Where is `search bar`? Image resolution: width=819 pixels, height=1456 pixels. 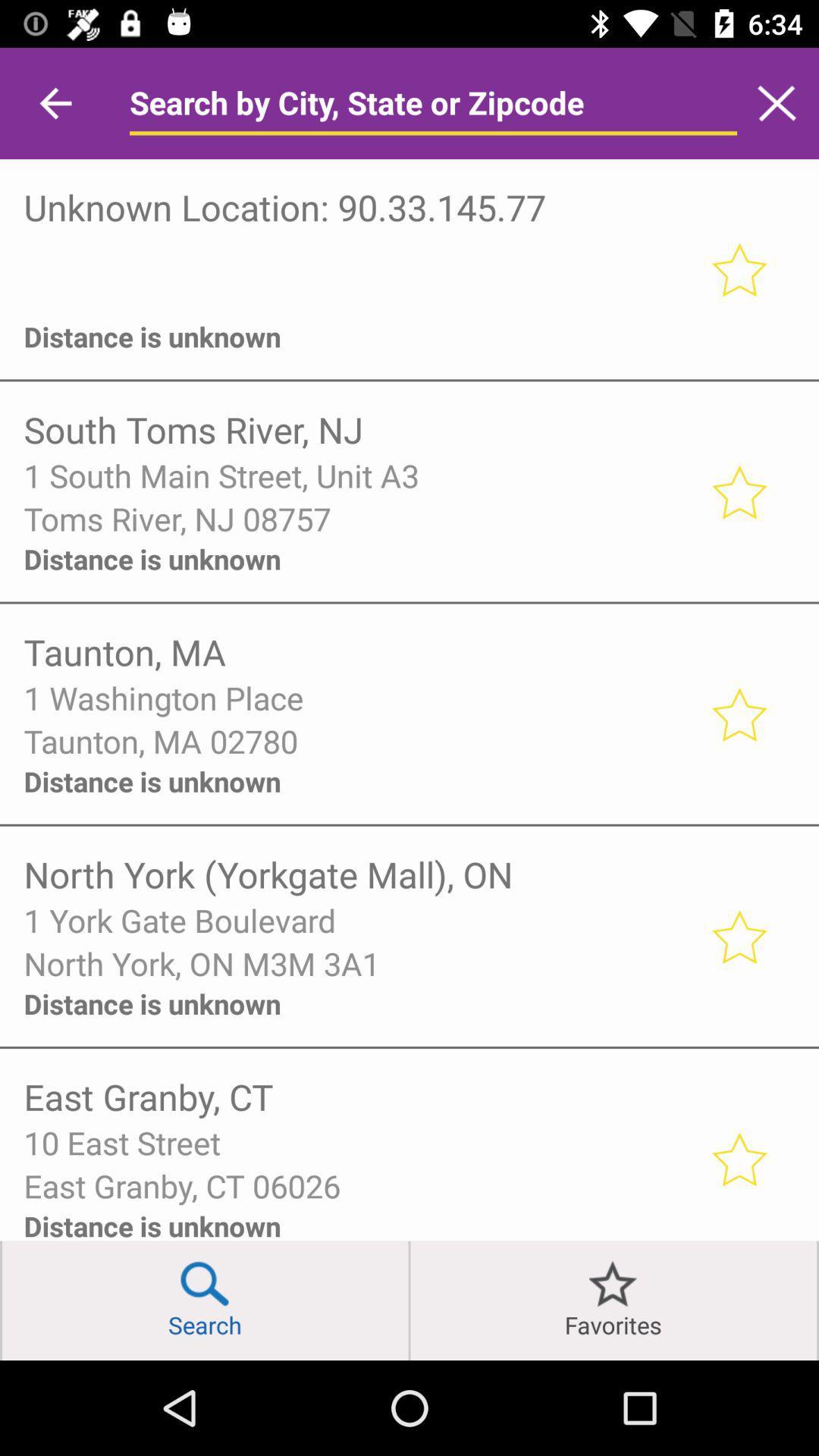
search bar is located at coordinates (433, 102).